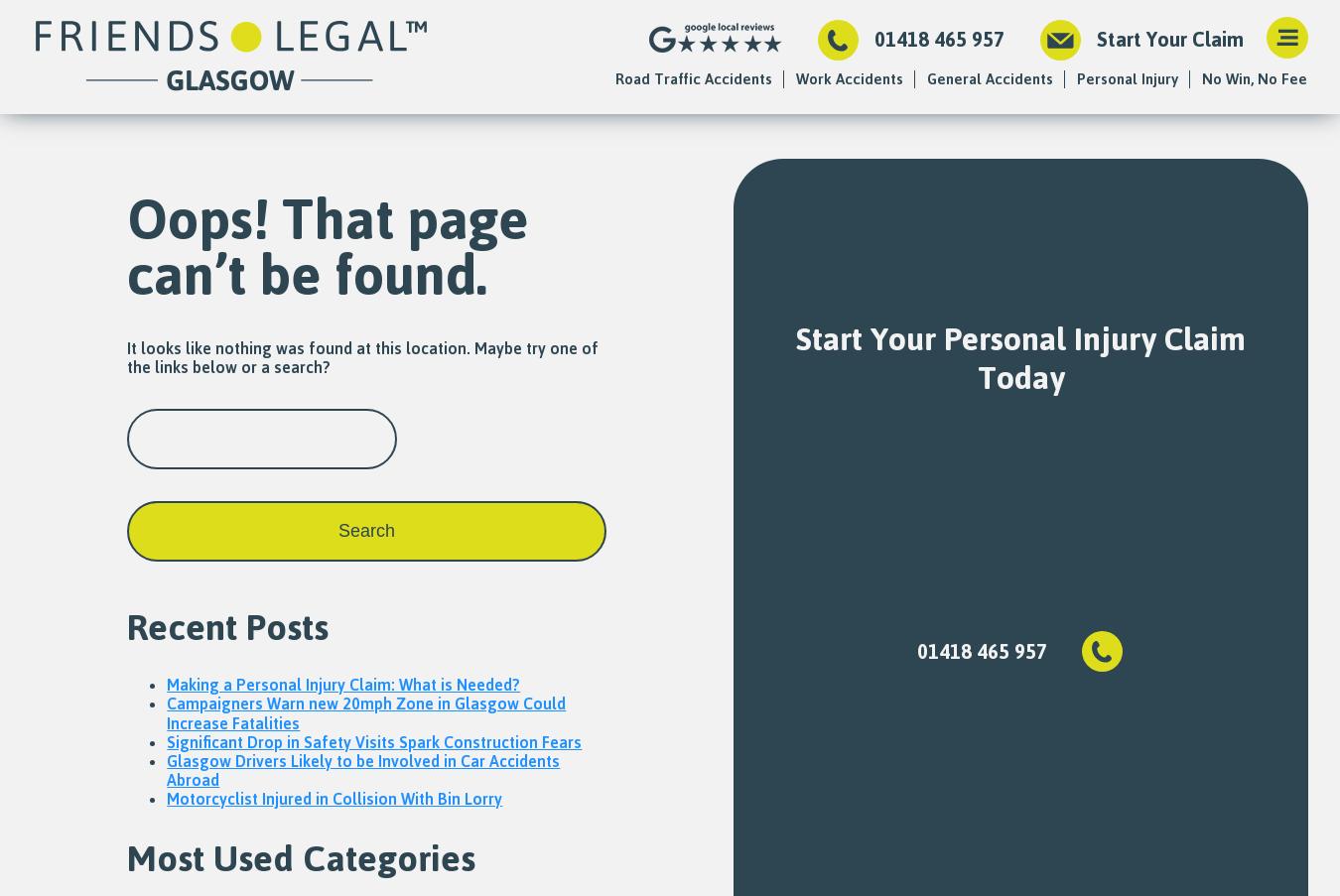 The image size is (1340, 896). I want to click on 'Criminal Injuries', so click(980, 362).